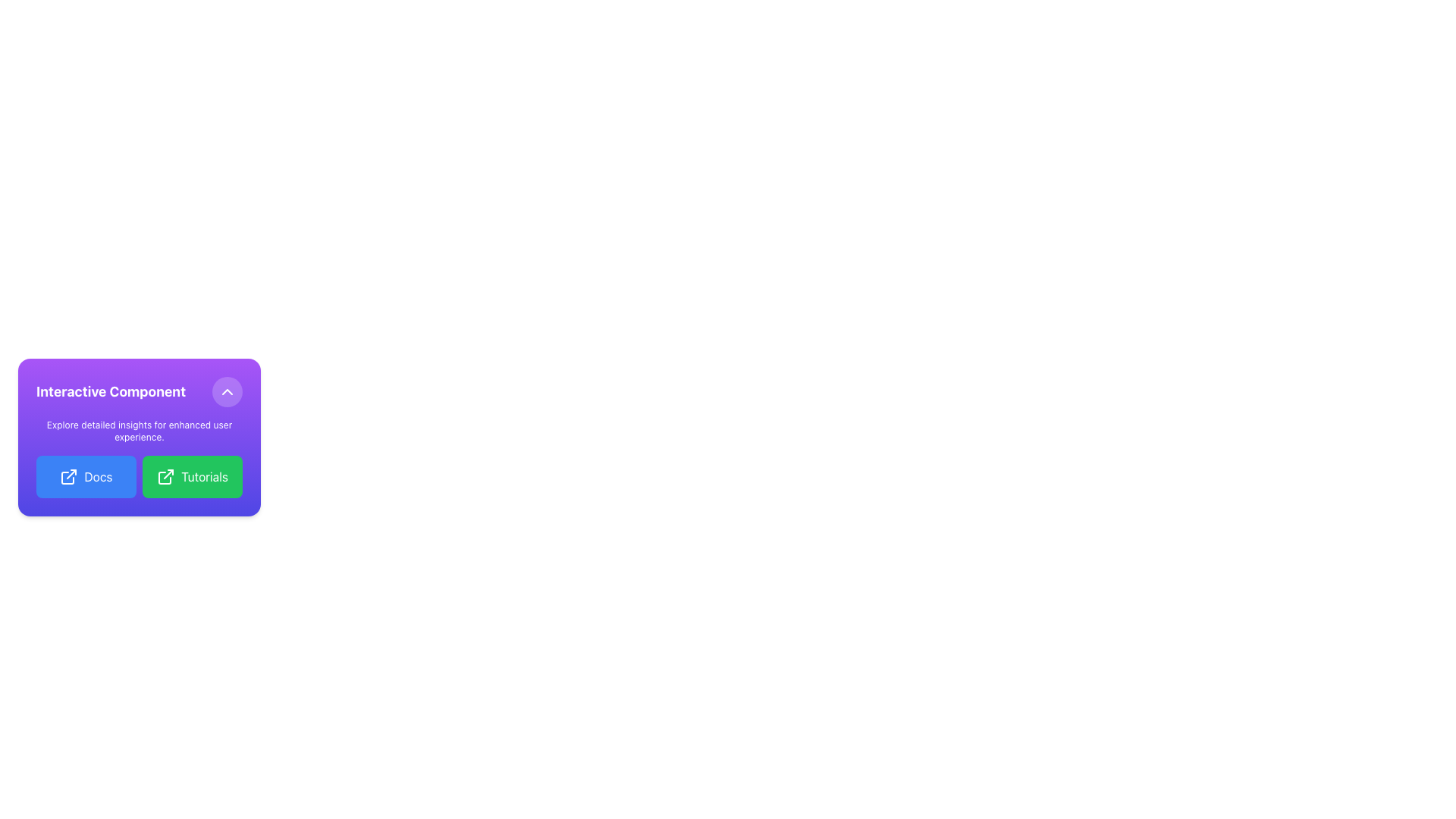 The height and width of the screenshot is (819, 1456). Describe the element at coordinates (168, 473) in the screenshot. I see `the external link icon located at the center of the green 'Tutorials' button` at that location.